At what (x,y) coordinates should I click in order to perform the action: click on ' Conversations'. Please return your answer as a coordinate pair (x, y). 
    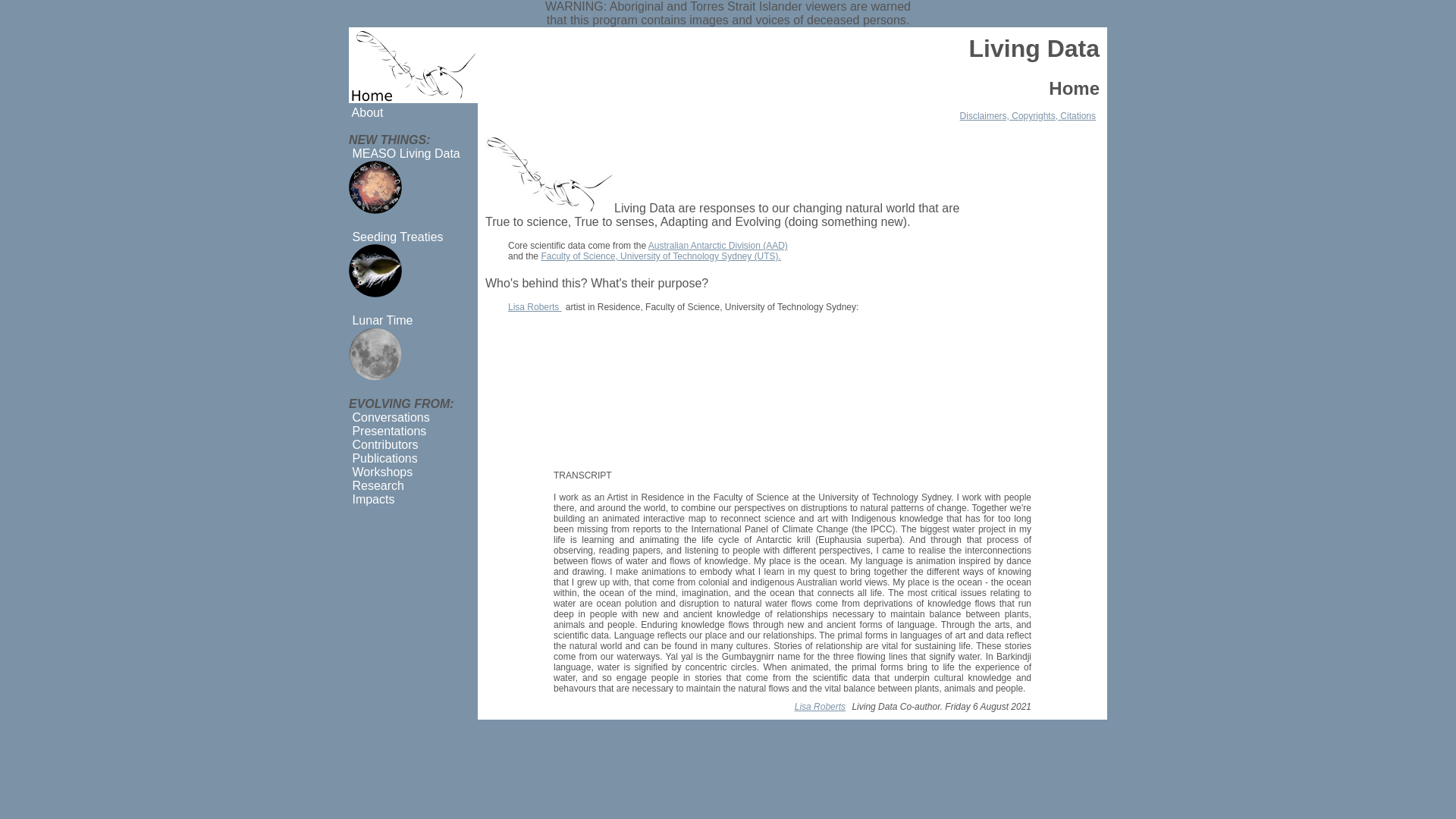
    Looking at the image, I should click on (389, 417).